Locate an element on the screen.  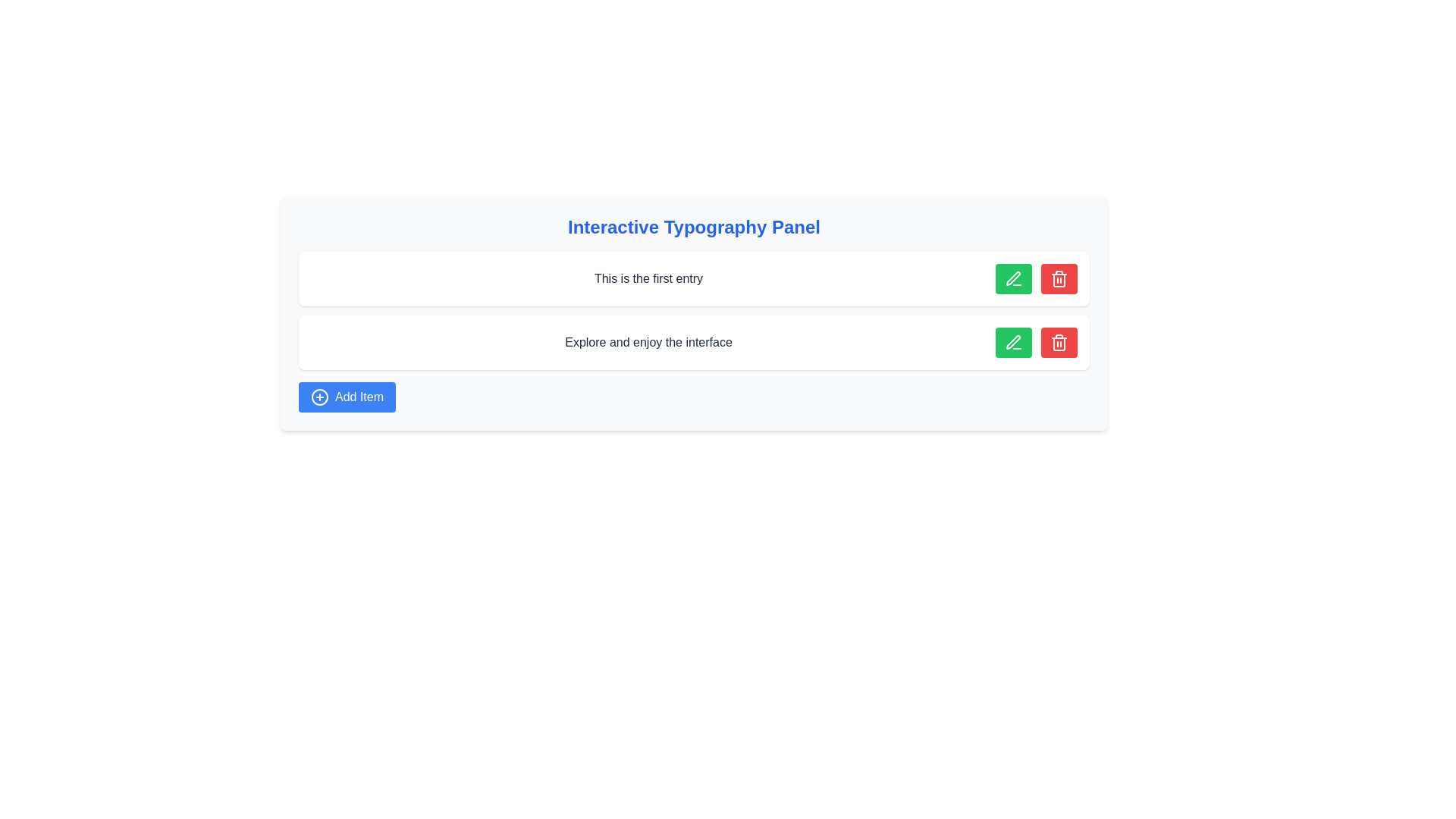
the delete button is located at coordinates (1058, 344).